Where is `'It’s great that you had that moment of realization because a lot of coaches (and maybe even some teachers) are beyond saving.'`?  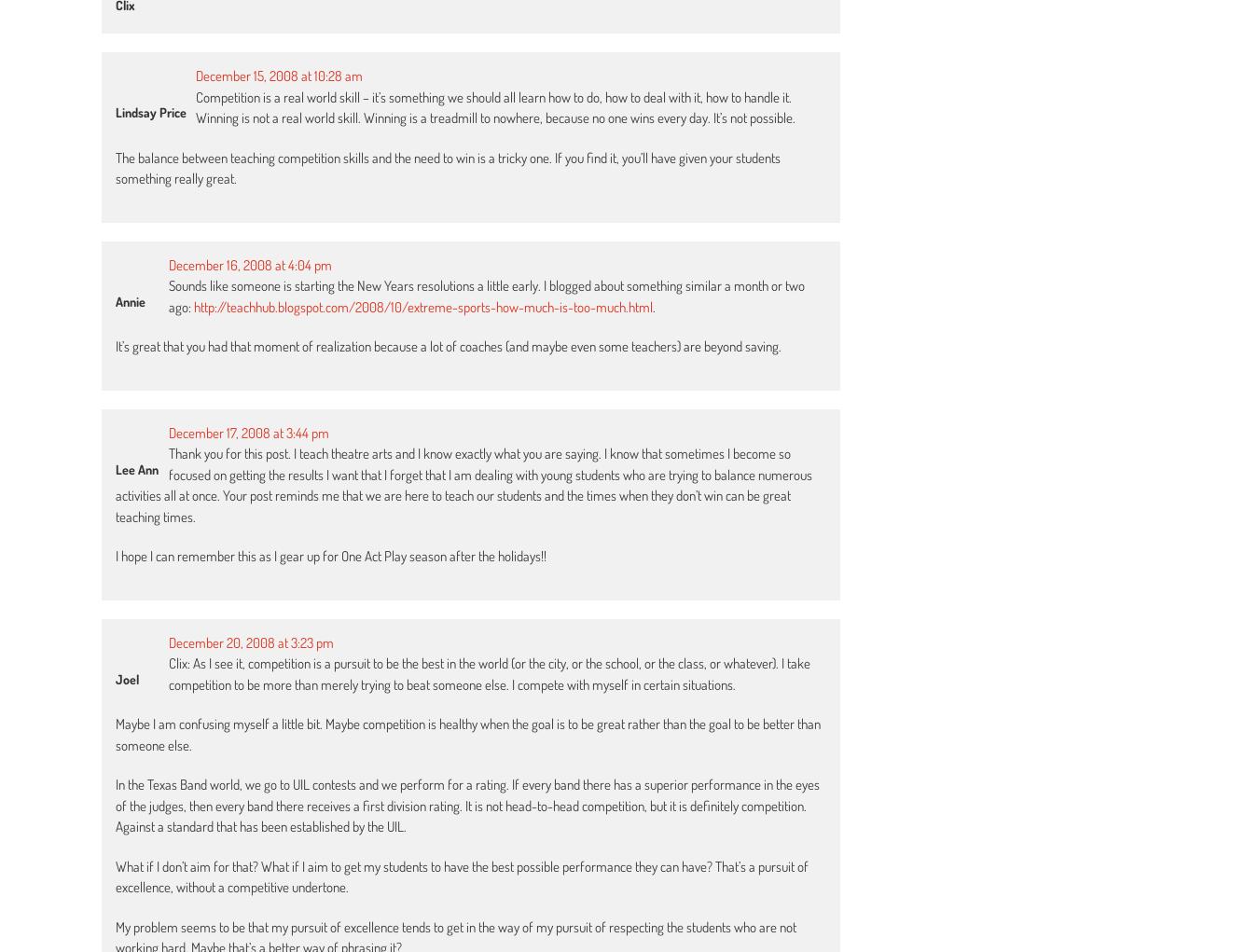
'It’s great that you had that moment of realization because a lot of coaches (and maybe even some teachers) are beyond saving.' is located at coordinates (448, 346).